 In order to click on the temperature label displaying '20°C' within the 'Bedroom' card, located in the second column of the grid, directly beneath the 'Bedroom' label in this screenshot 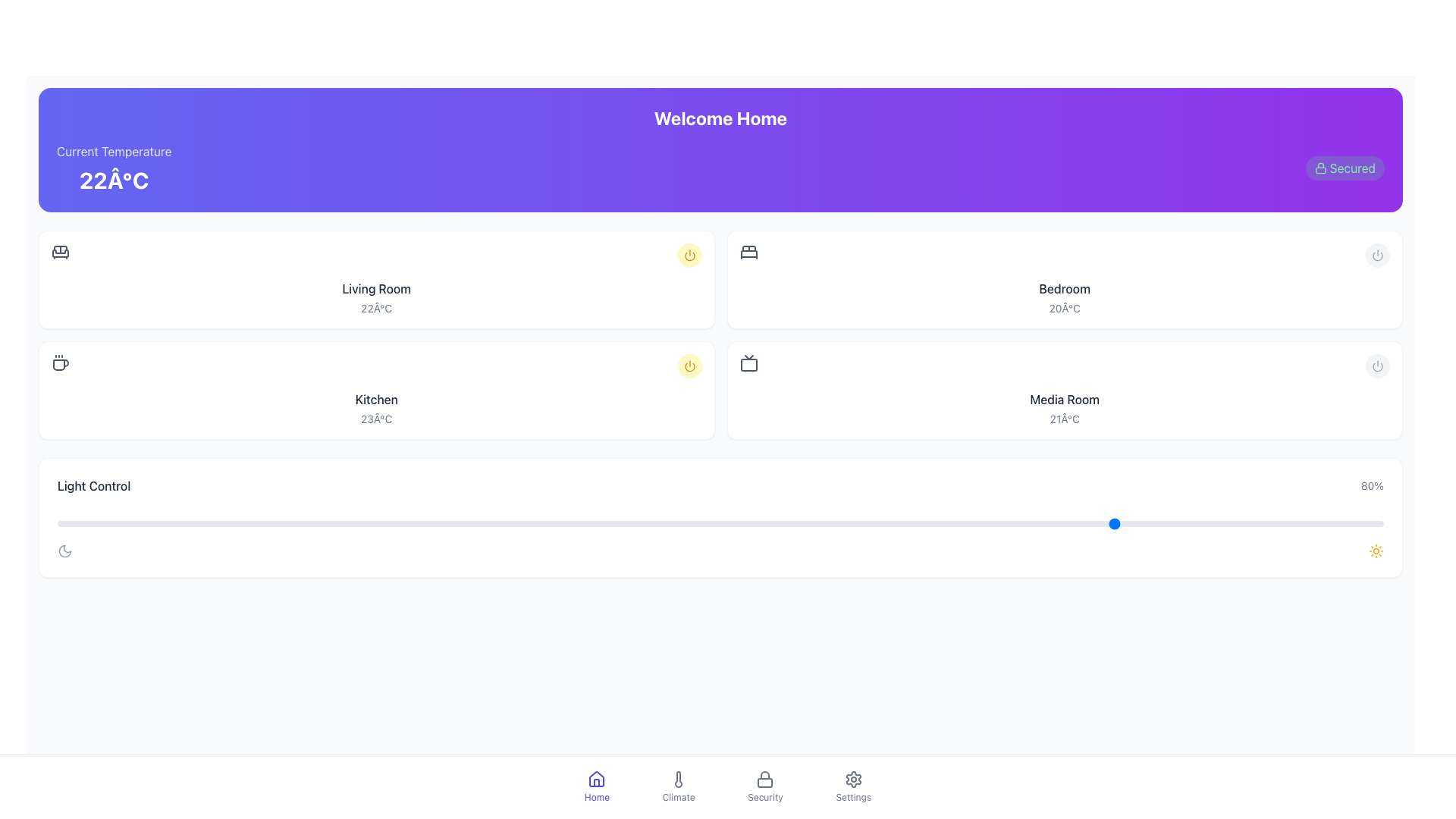, I will do `click(1064, 308)`.